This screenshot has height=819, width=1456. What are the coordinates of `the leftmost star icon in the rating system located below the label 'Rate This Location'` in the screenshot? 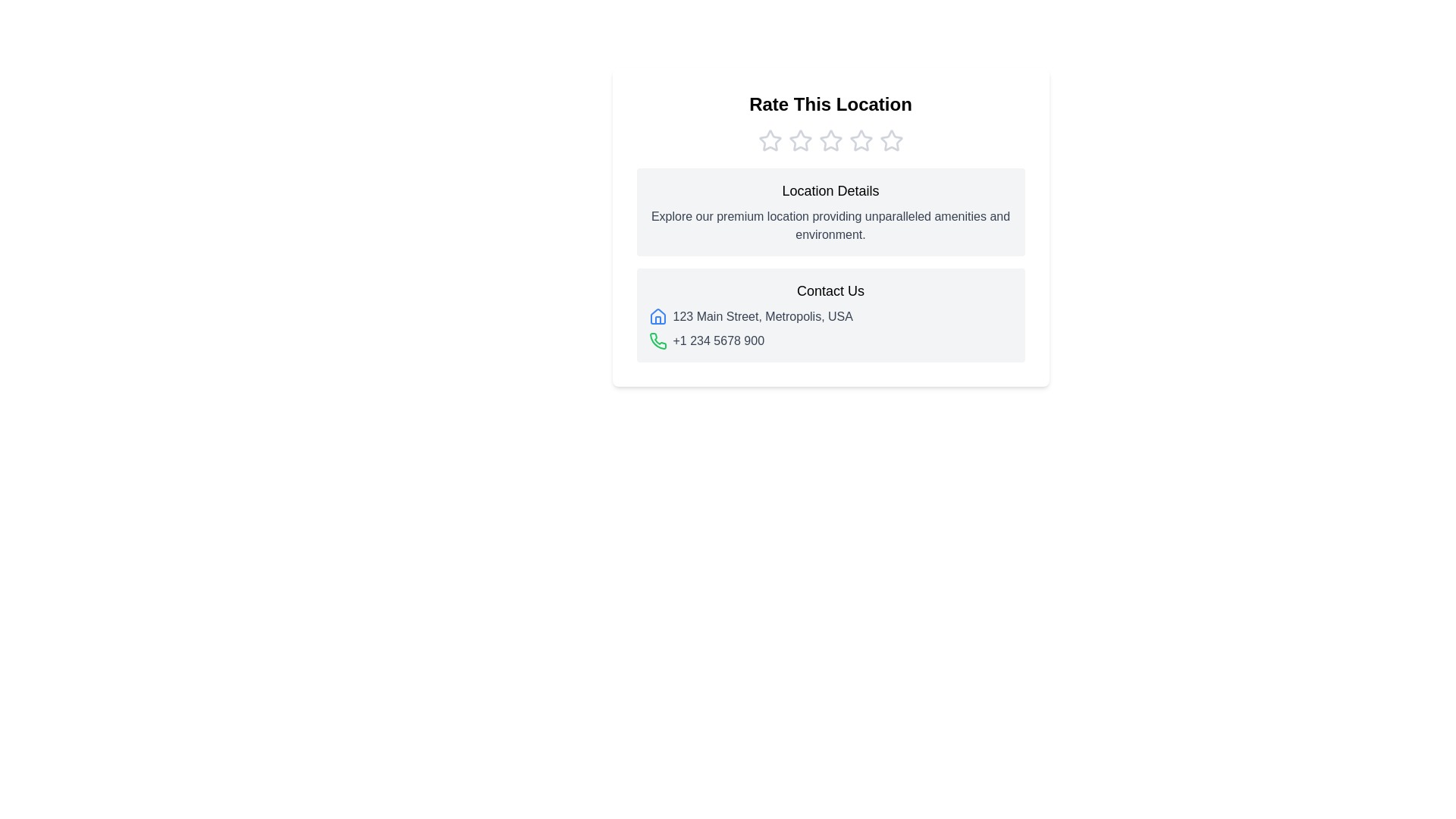 It's located at (770, 140).